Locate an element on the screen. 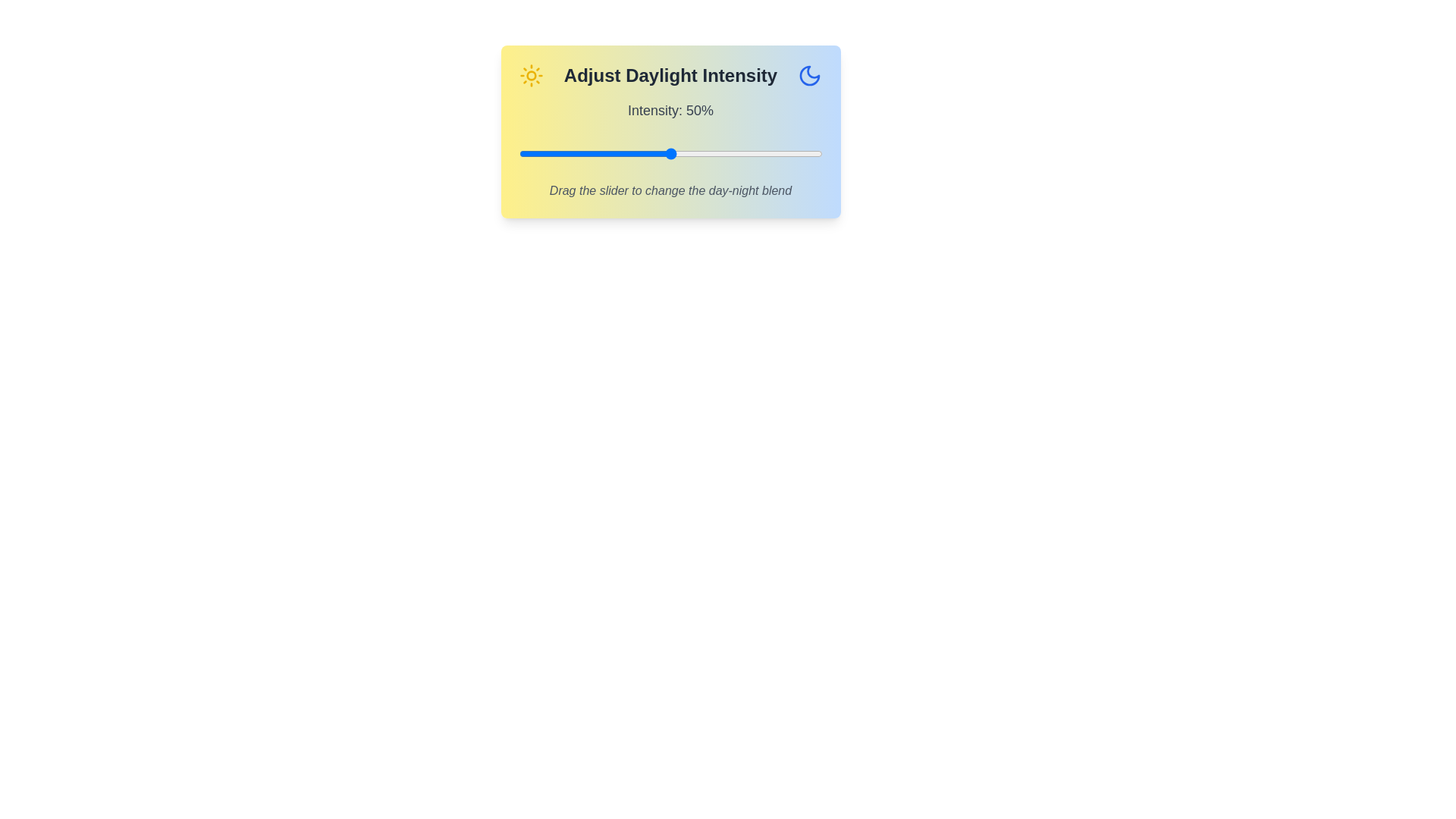 This screenshot has height=819, width=1456. the sun icon to interact with it is located at coordinates (531, 76).